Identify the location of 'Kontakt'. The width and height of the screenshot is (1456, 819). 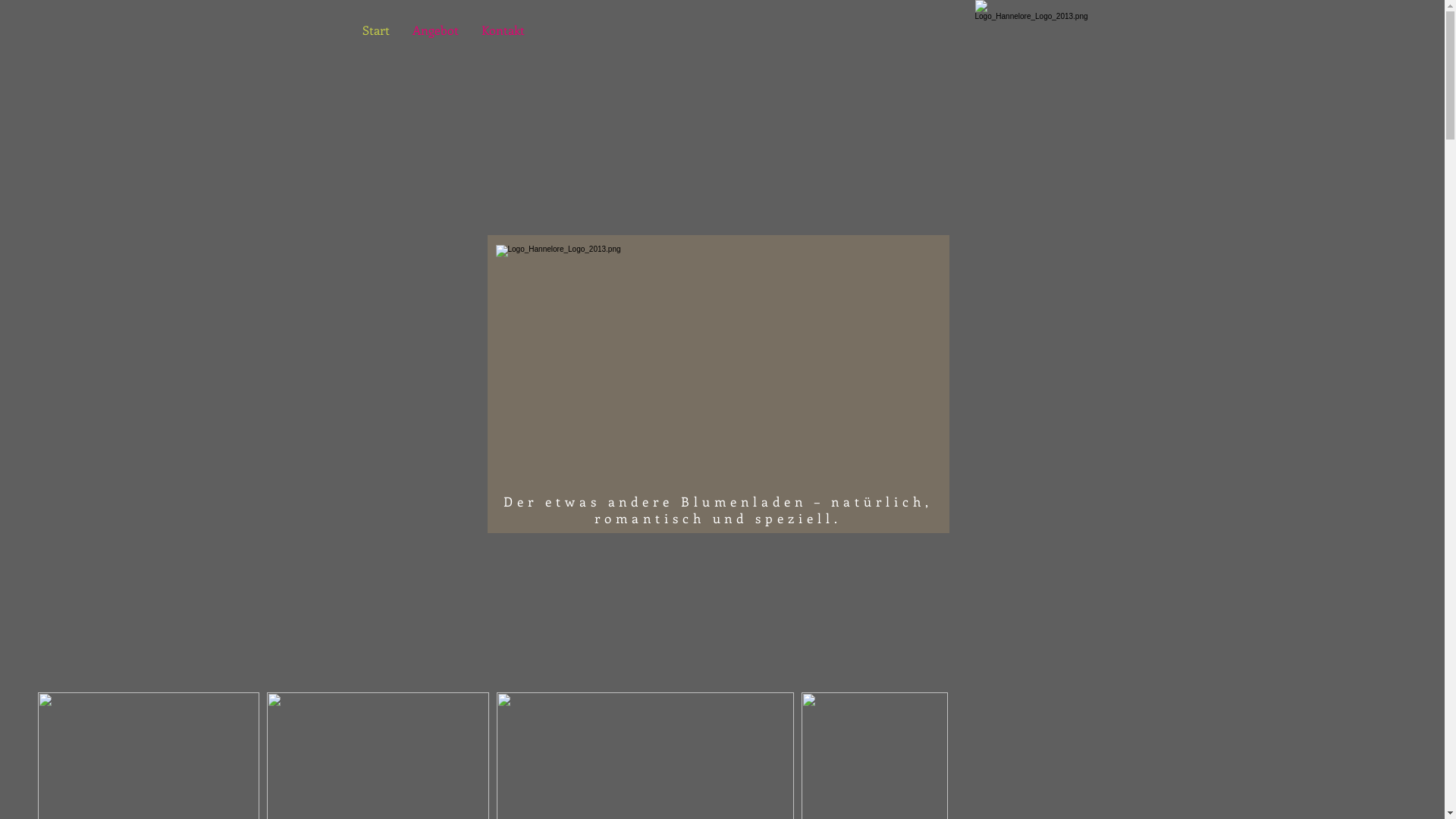
(503, 30).